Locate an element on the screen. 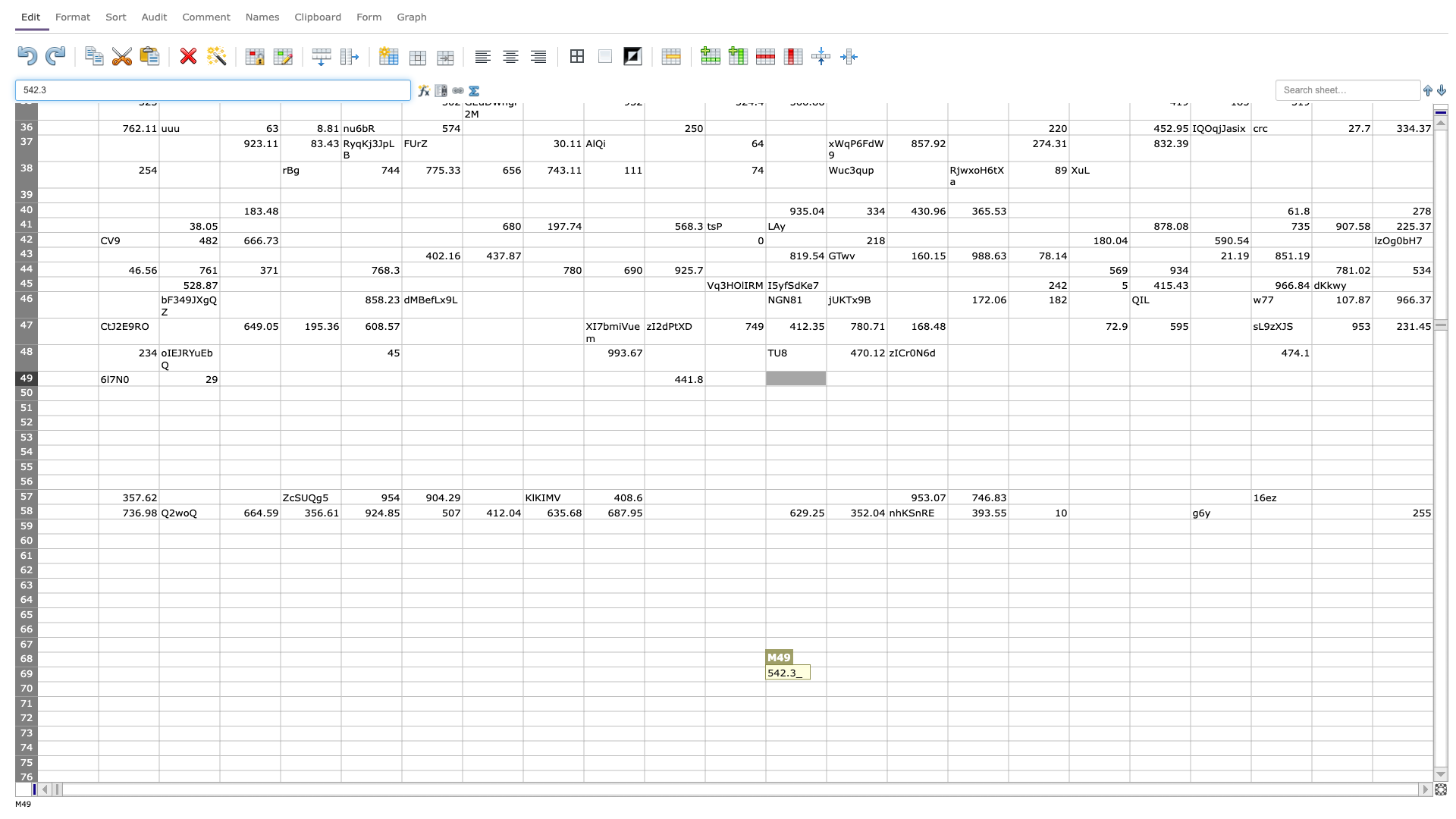 This screenshot has height=819, width=1456. Fill handle point of O-69 is located at coordinates (946, 680).